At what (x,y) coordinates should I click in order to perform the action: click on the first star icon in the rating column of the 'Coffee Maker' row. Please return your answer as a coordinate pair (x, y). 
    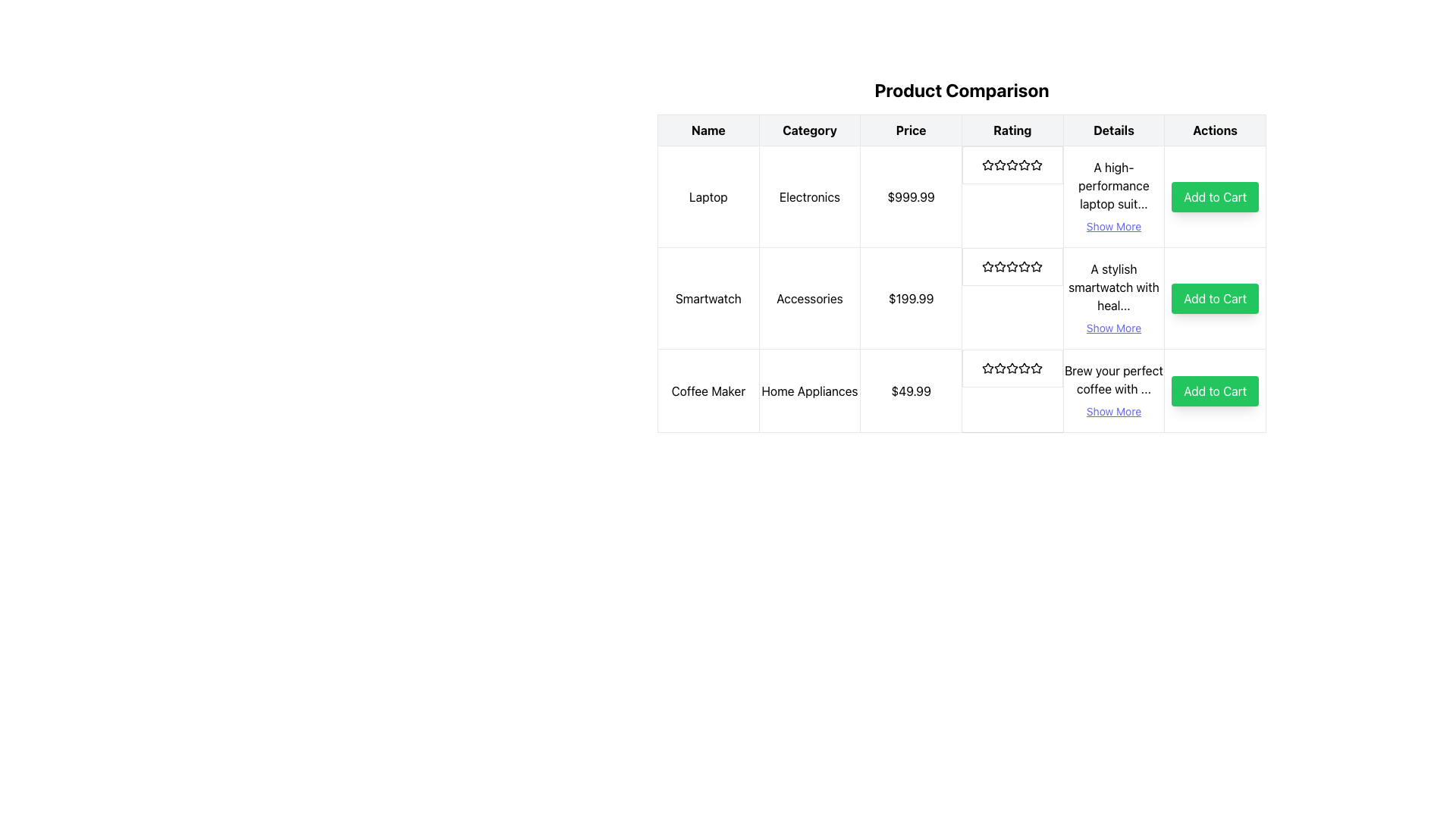
    Looking at the image, I should click on (988, 368).